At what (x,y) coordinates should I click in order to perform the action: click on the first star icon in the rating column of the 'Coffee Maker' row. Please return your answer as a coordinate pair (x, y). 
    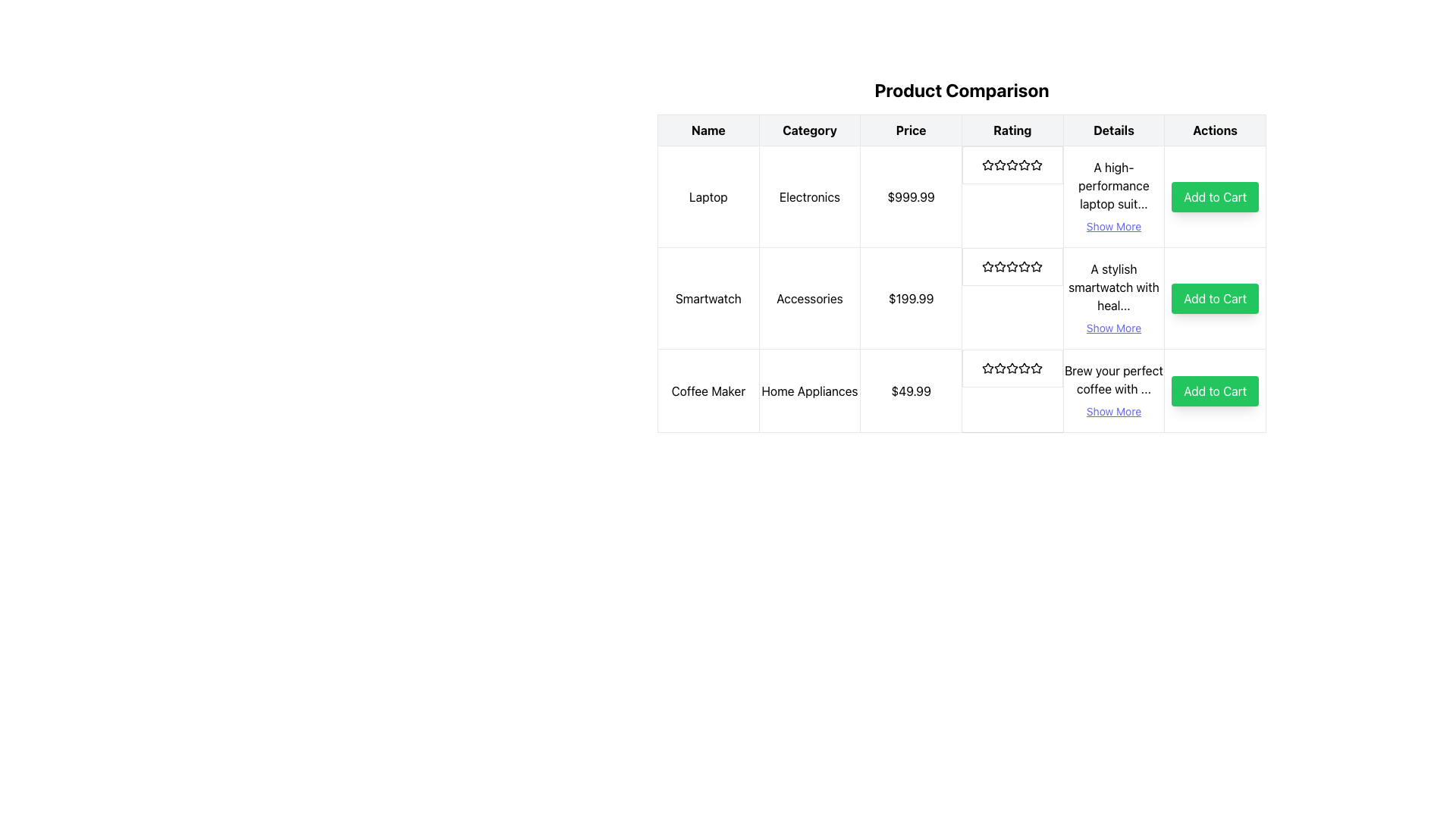
    Looking at the image, I should click on (988, 368).